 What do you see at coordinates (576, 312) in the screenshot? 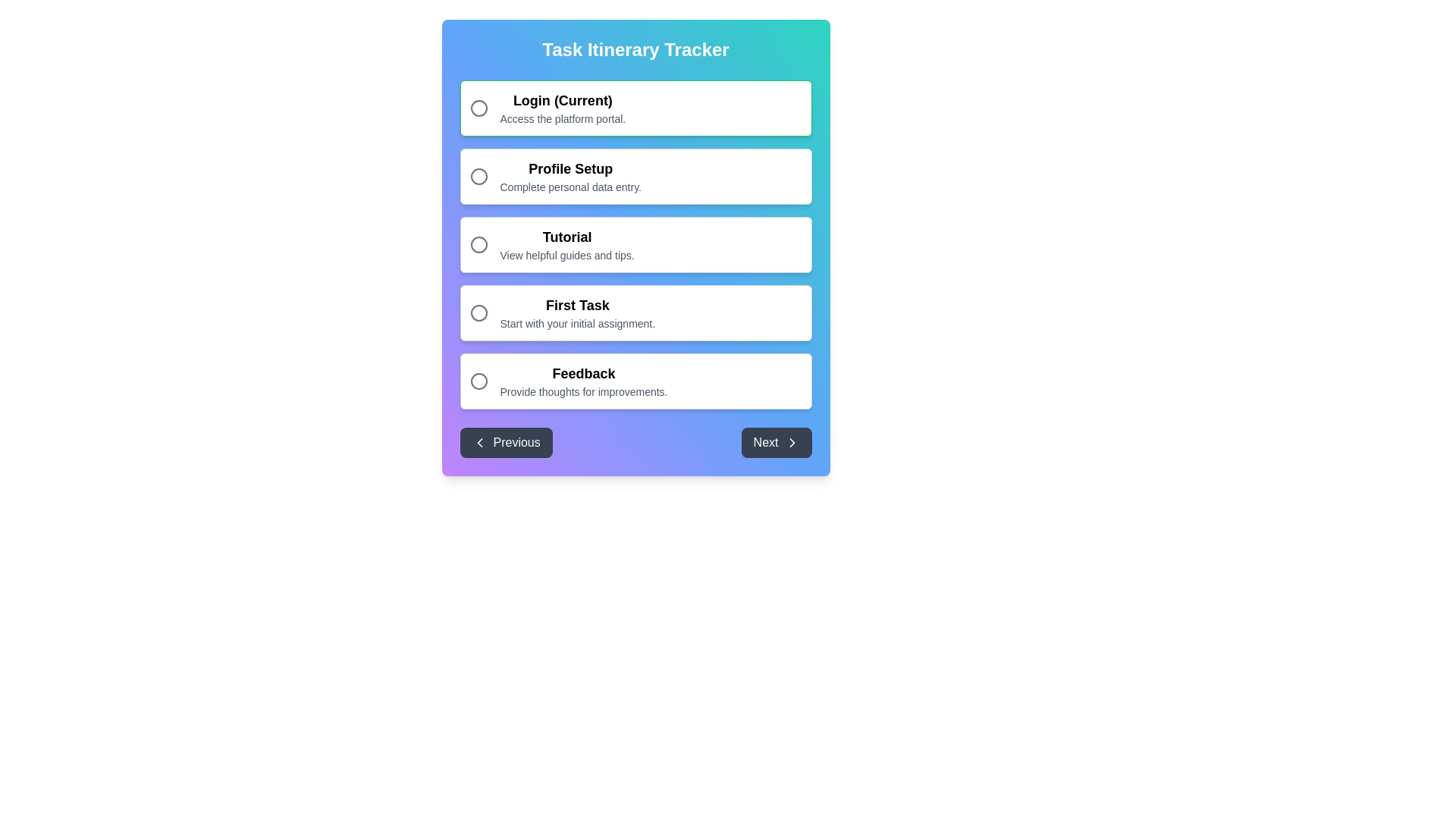
I see `displayed text from the task card element in the 'Task Itinerary Tracker', which is located in the third row, positioned below the 'Tutorial' task and above the 'Feedback' task` at bounding box center [576, 312].